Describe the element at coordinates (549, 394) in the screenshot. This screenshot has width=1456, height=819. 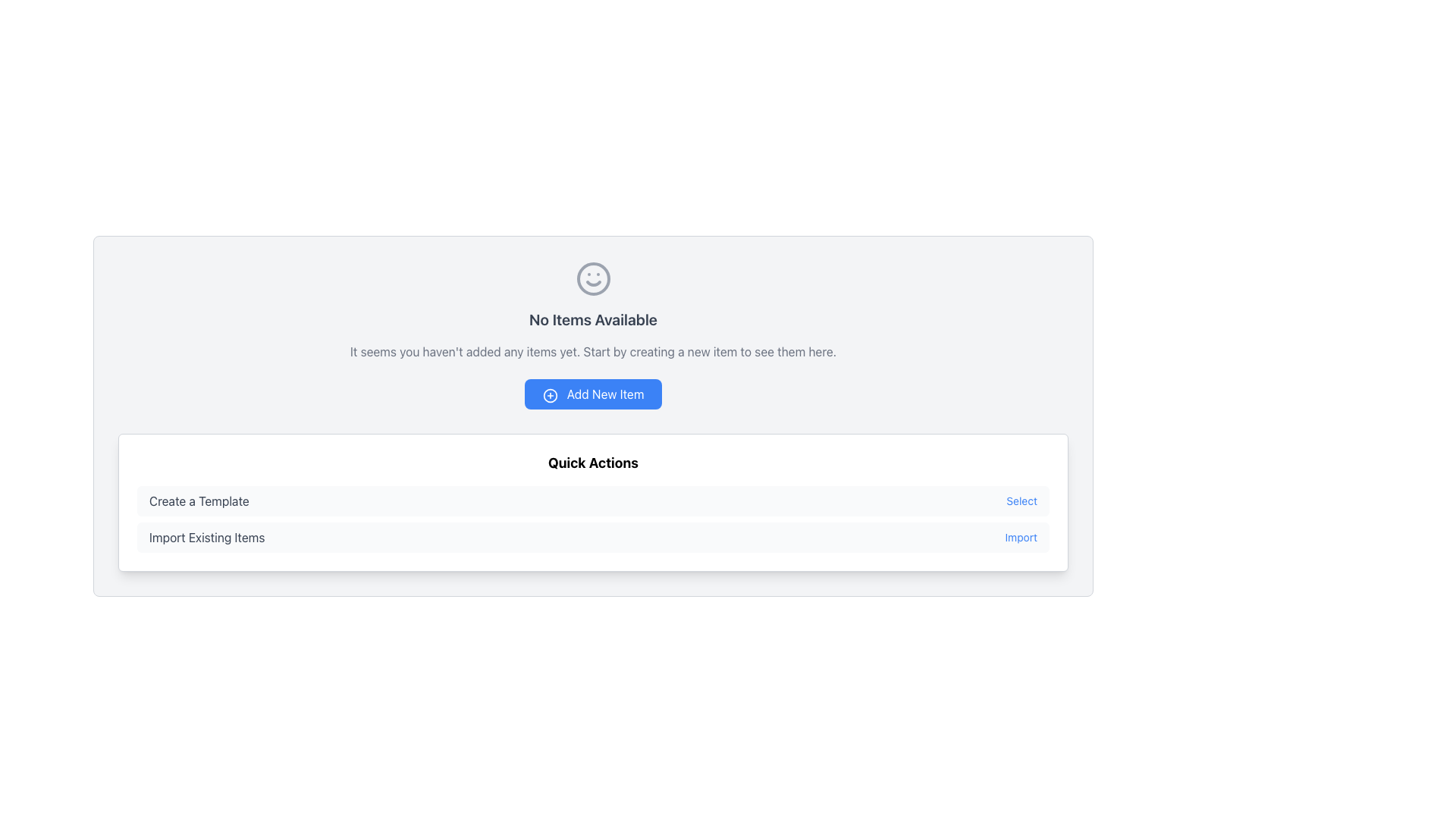
I see `the 'Add New Item' button which is visually emphasized by the circular icon located on its left side` at that location.